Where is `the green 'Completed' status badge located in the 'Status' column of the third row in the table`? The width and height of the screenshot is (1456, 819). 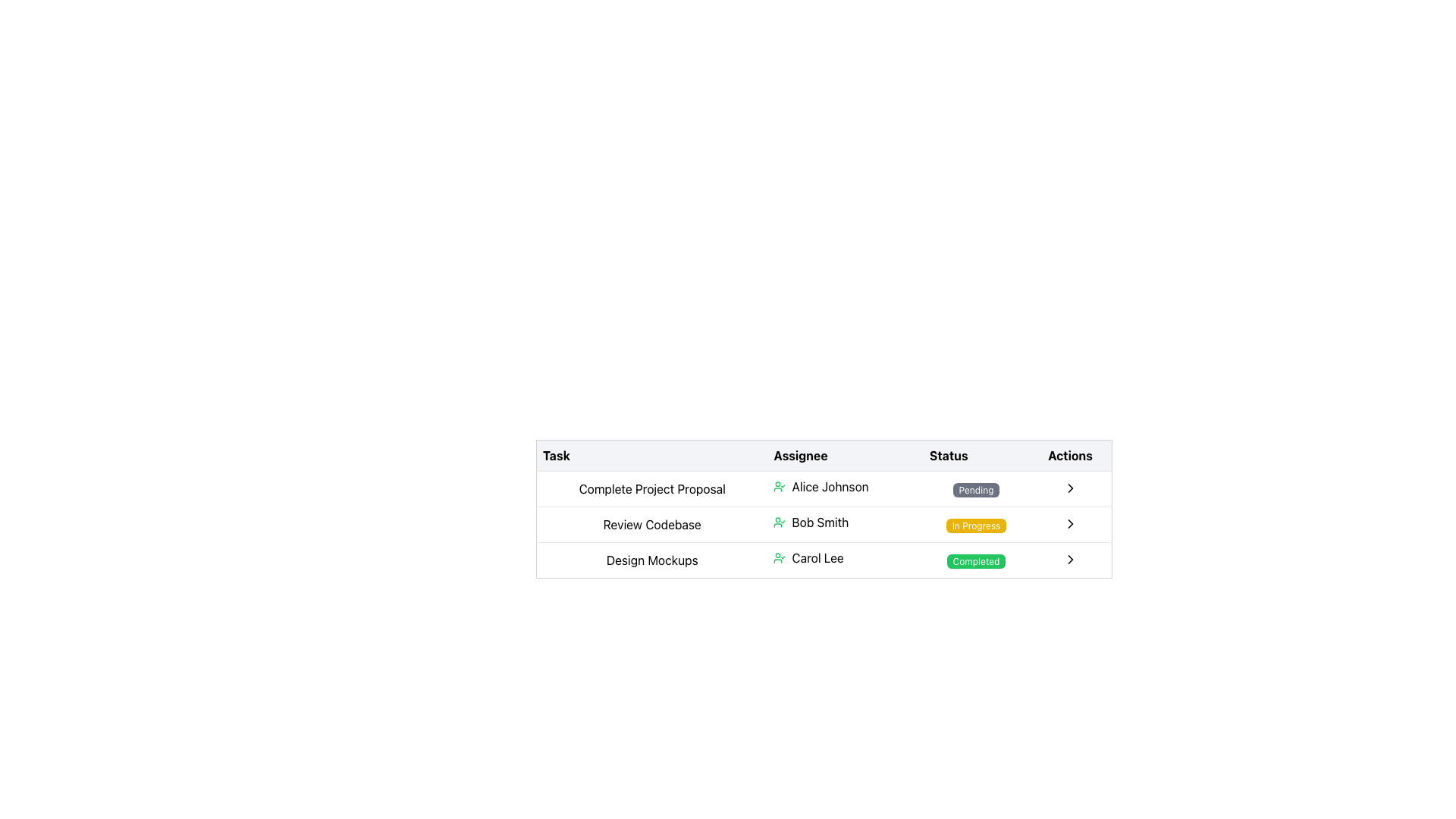
the green 'Completed' status badge located in the 'Status' column of the third row in the table is located at coordinates (976, 561).